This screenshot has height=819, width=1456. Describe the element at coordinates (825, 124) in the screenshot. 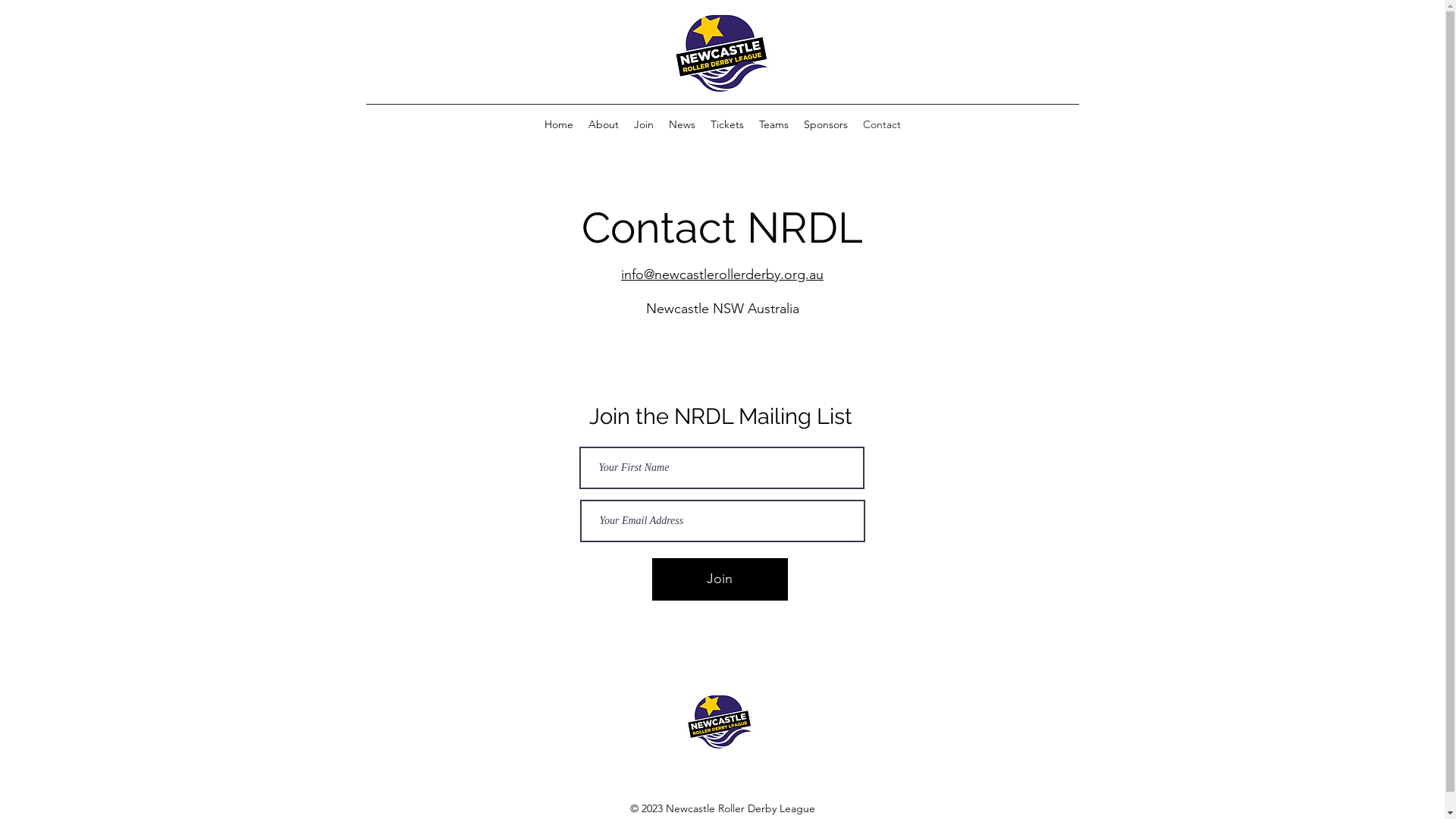

I see `'Sponsors'` at that location.